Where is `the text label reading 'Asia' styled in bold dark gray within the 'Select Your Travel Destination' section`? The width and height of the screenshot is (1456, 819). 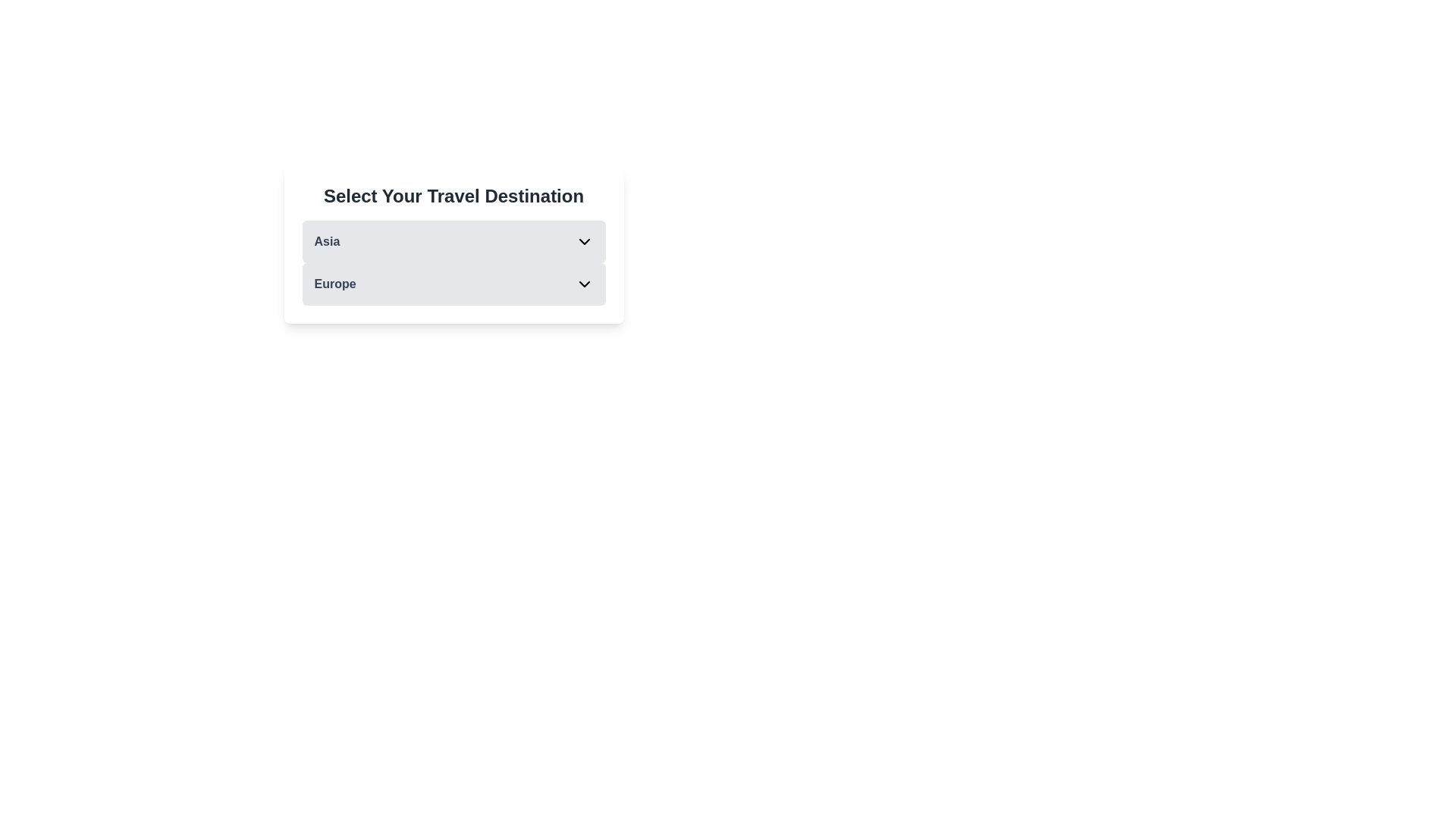 the text label reading 'Asia' styled in bold dark gray within the 'Select Your Travel Destination' section is located at coordinates (326, 241).